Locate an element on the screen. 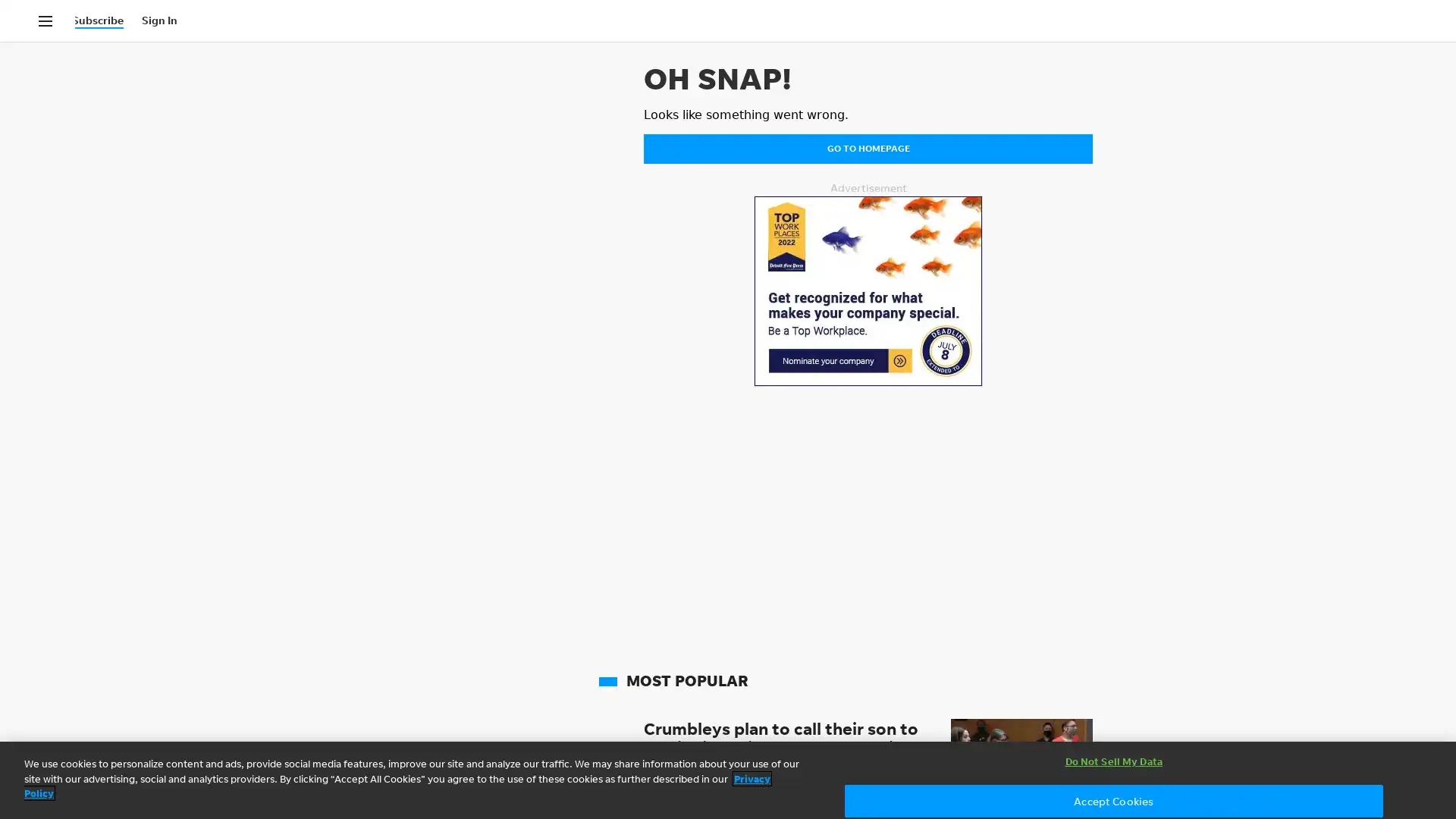 The height and width of the screenshot is (819, 1456). Accept Cookies is located at coordinates (1113, 800).